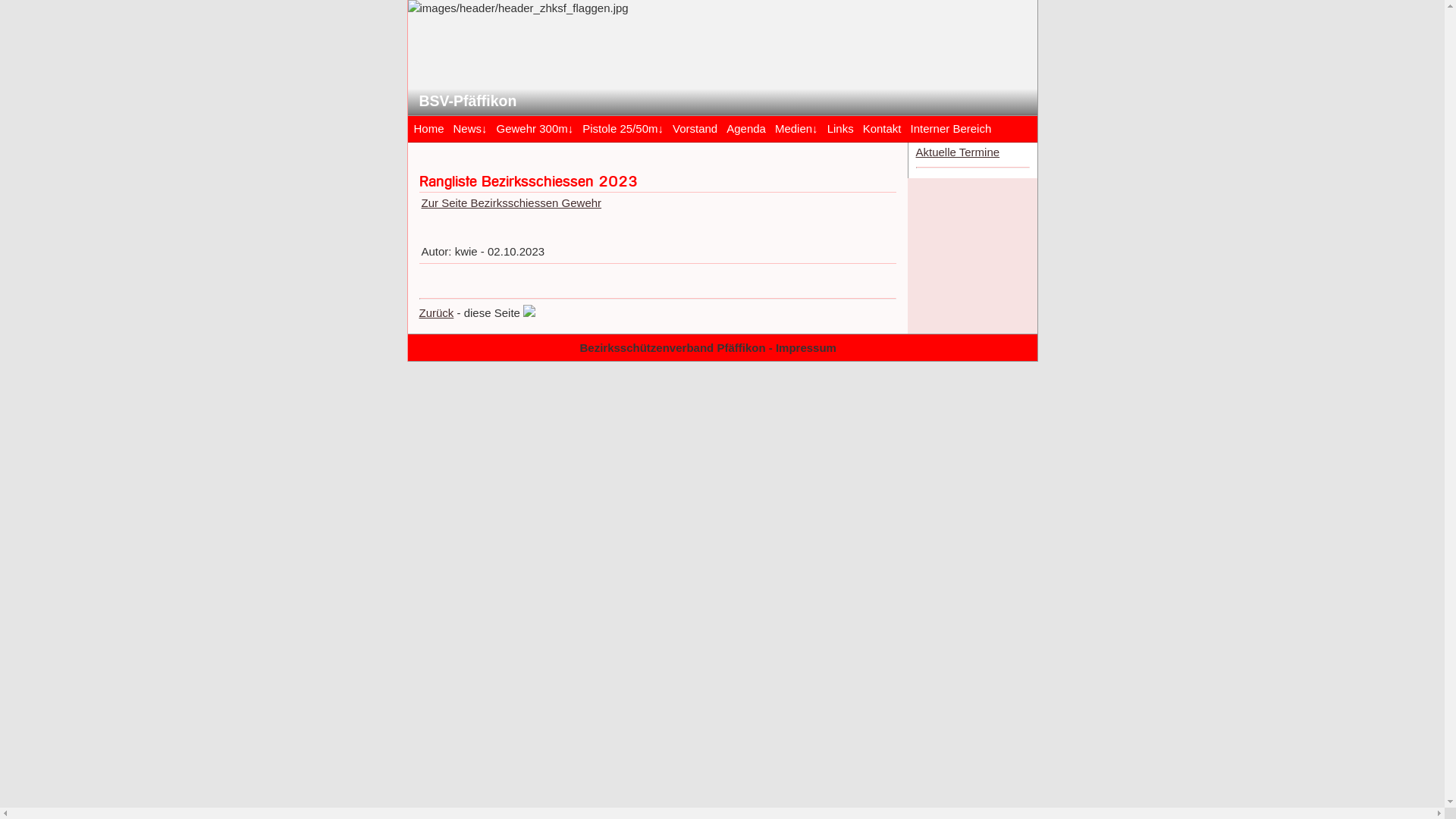 Image resolution: width=1456 pixels, height=819 pixels. I want to click on 'Zur Seite Bezirksschiessen Gewehr', so click(512, 202).